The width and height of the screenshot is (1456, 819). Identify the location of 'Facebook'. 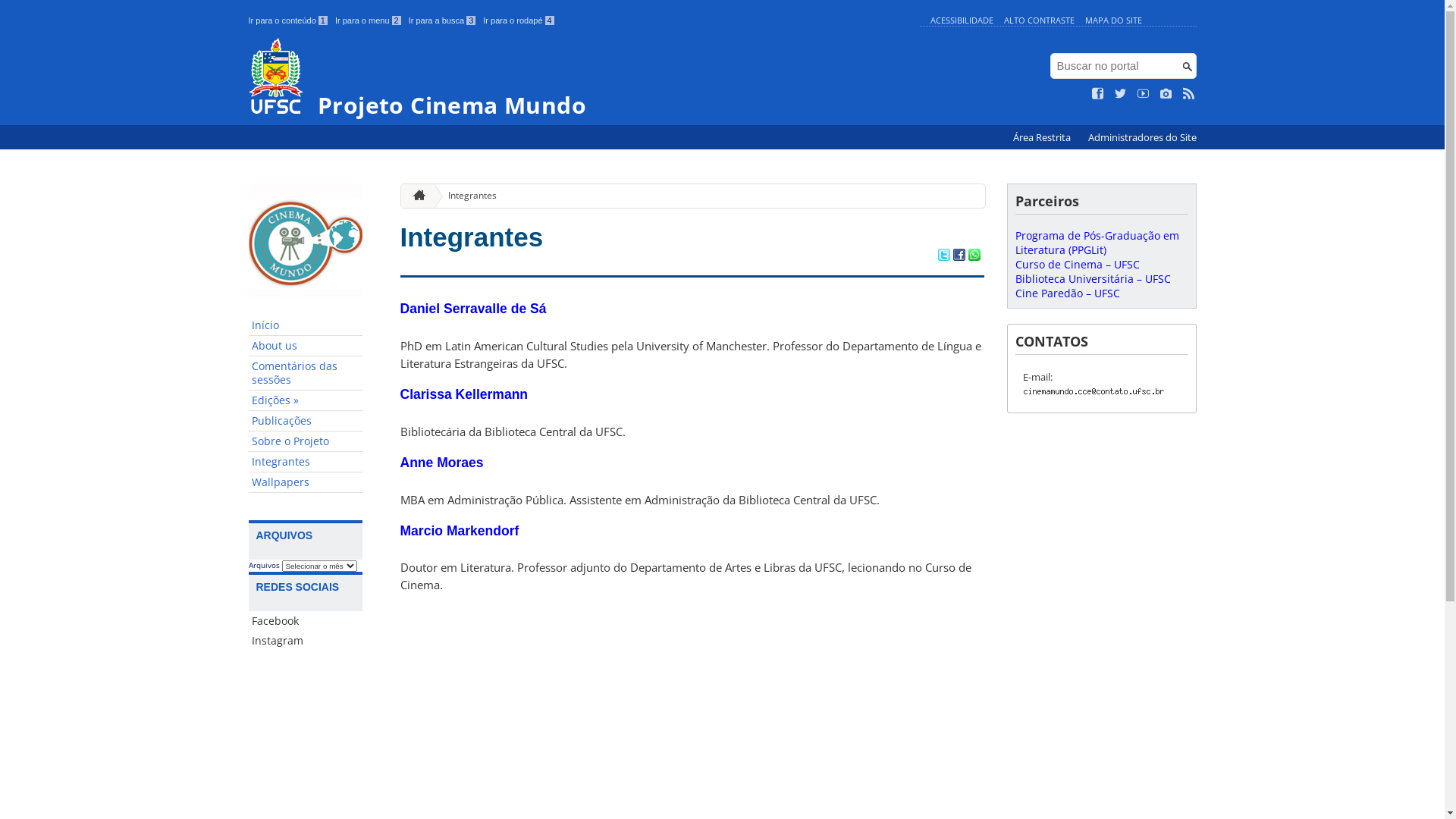
(305, 620).